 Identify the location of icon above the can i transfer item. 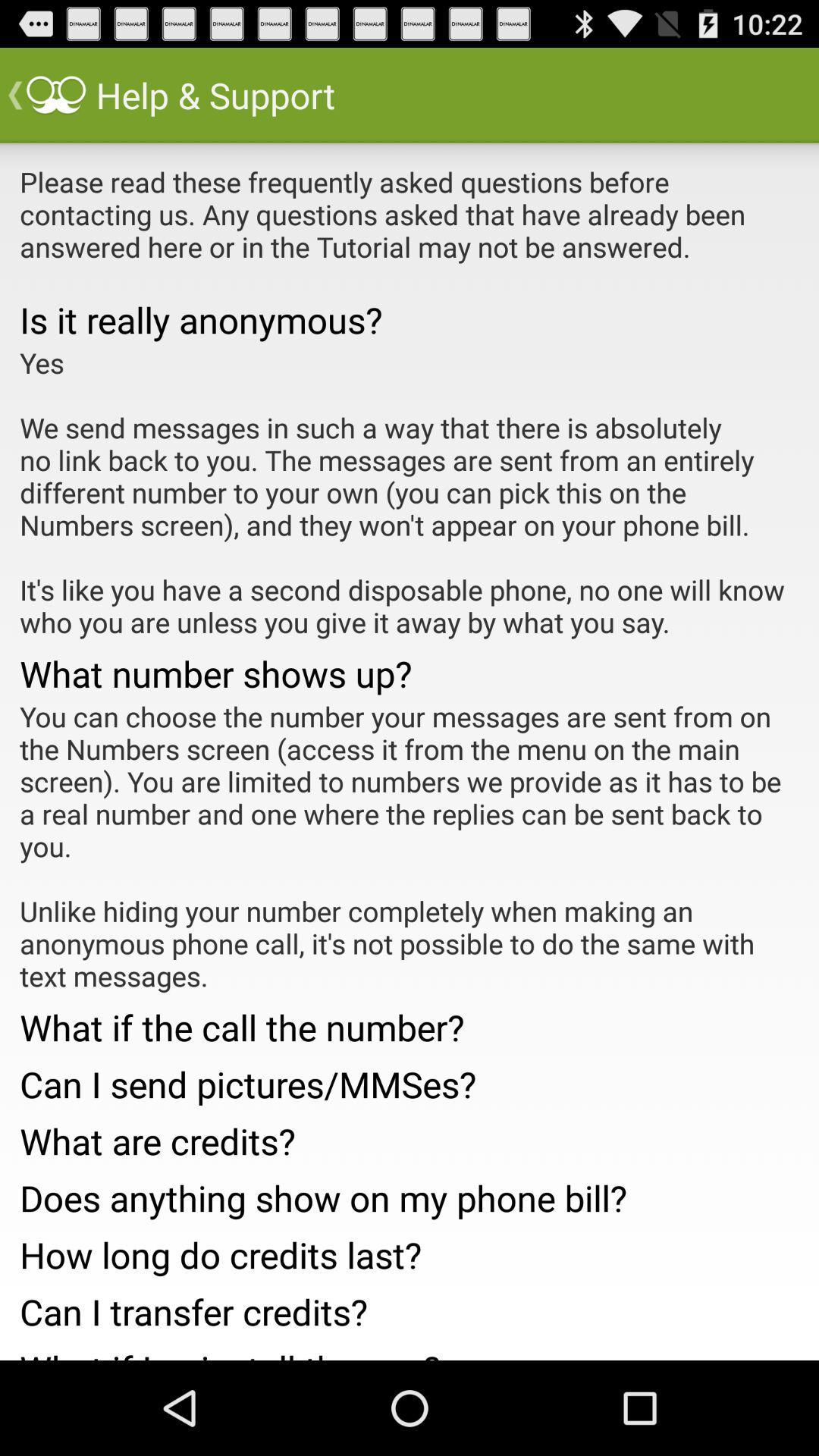
(409, 1250).